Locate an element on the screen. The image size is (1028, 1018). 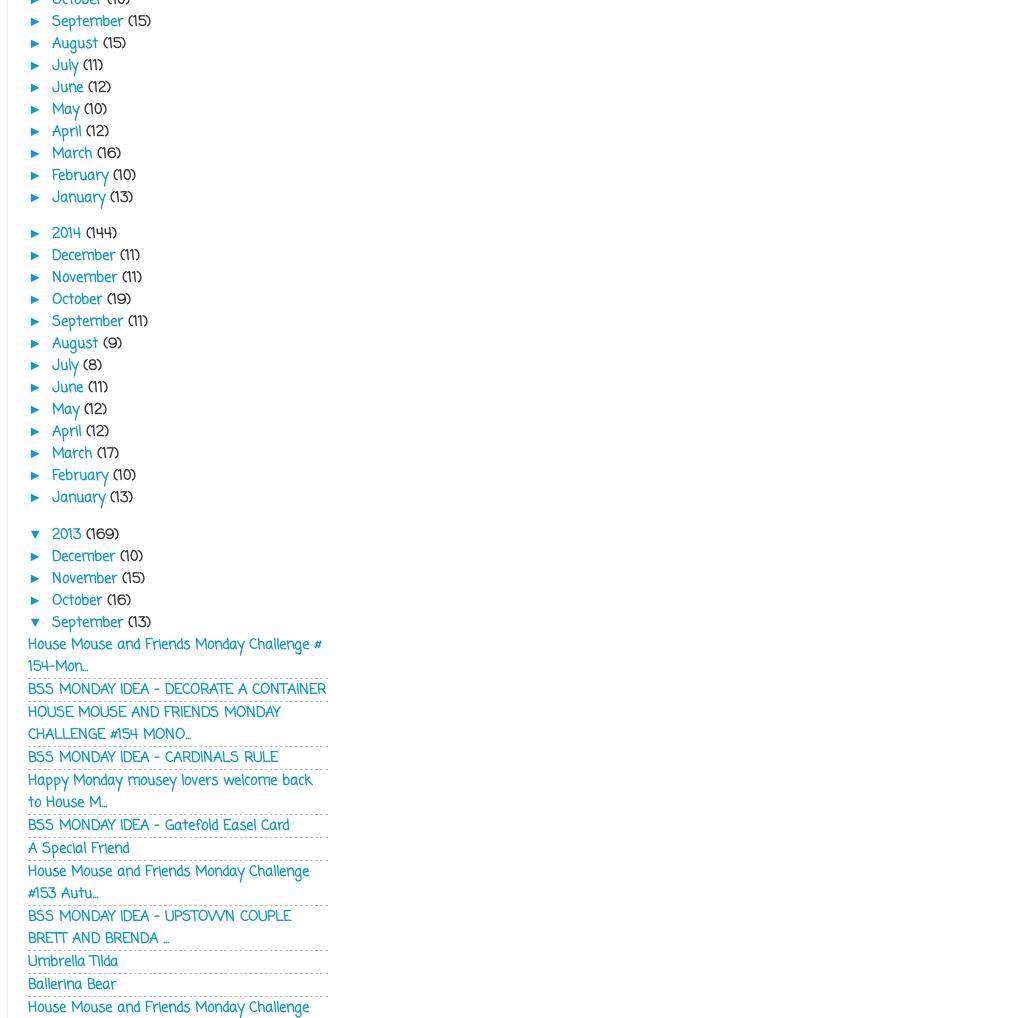
'BSS MONDAY IDEA - CARDINALS RULE' is located at coordinates (152, 755).